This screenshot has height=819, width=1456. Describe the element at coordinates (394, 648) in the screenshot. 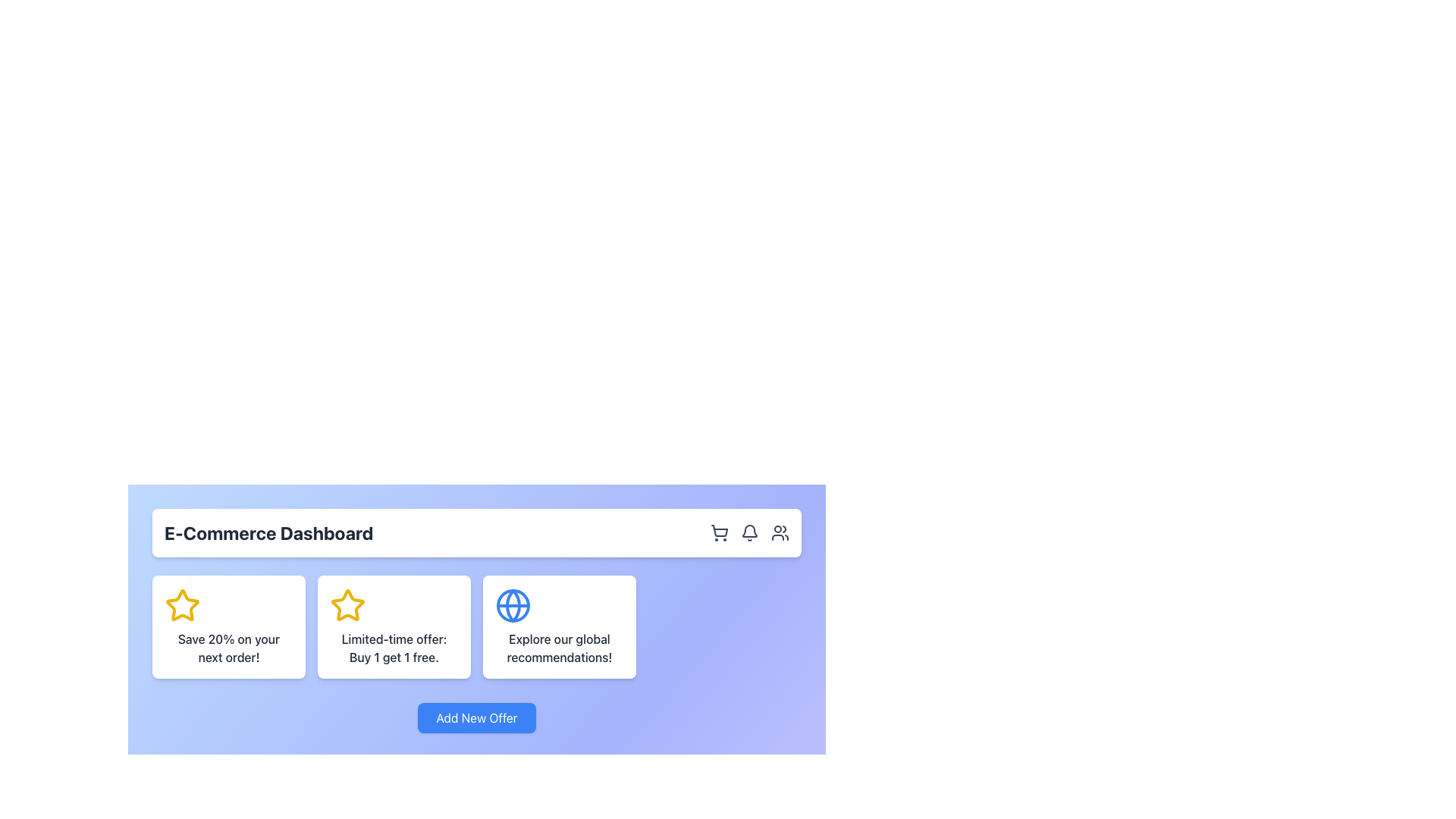

I see `the text block displaying 'Limited-time offer: Buy 1 get 1 free.' which is centered below a yellow star icon in the middle card of three horizontally aligned cards` at that location.